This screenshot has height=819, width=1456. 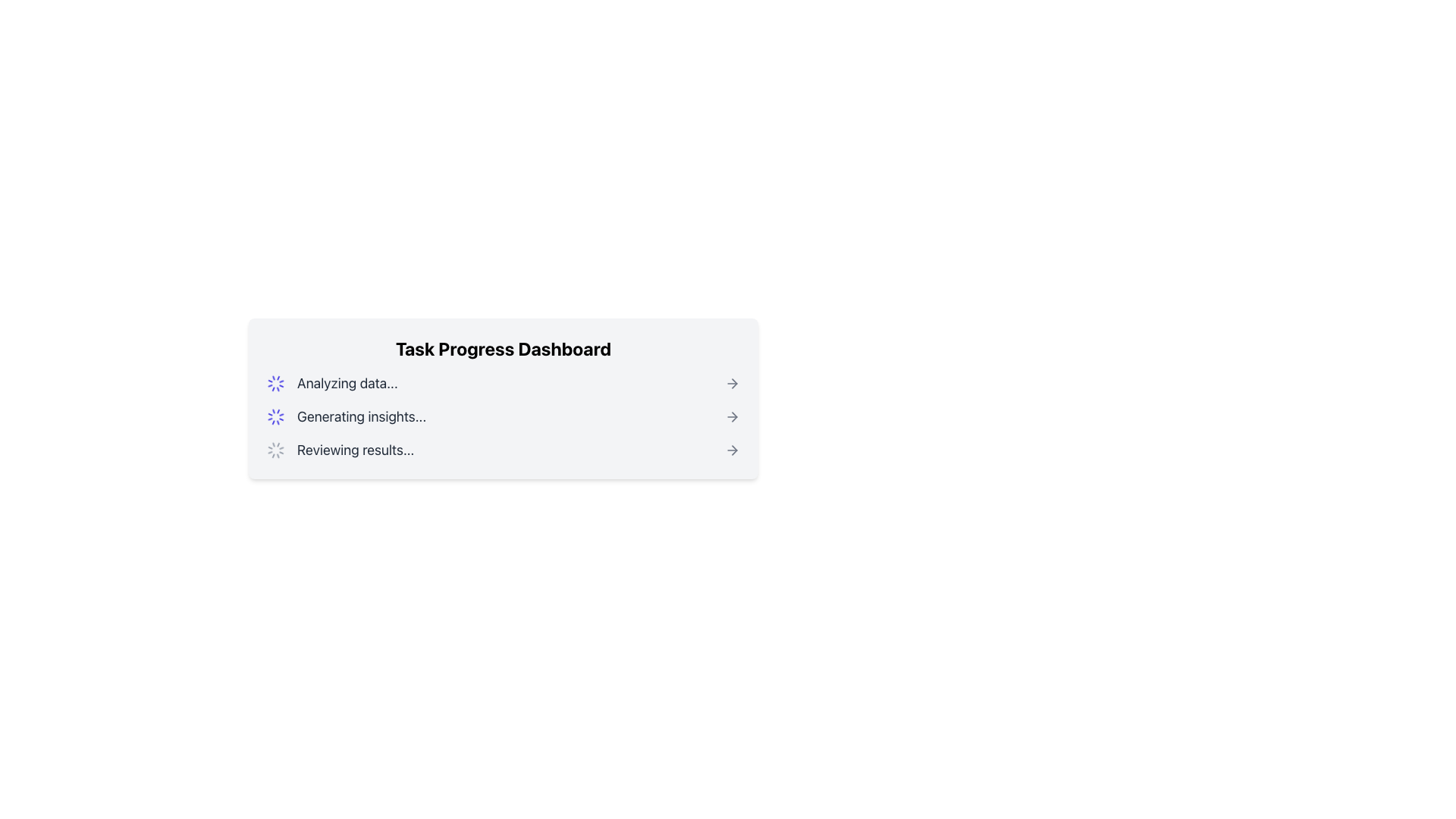 What do you see at coordinates (276, 450) in the screenshot?
I see `the circular gray spinner icon located to the left of the text 'Reviewing results...'` at bounding box center [276, 450].